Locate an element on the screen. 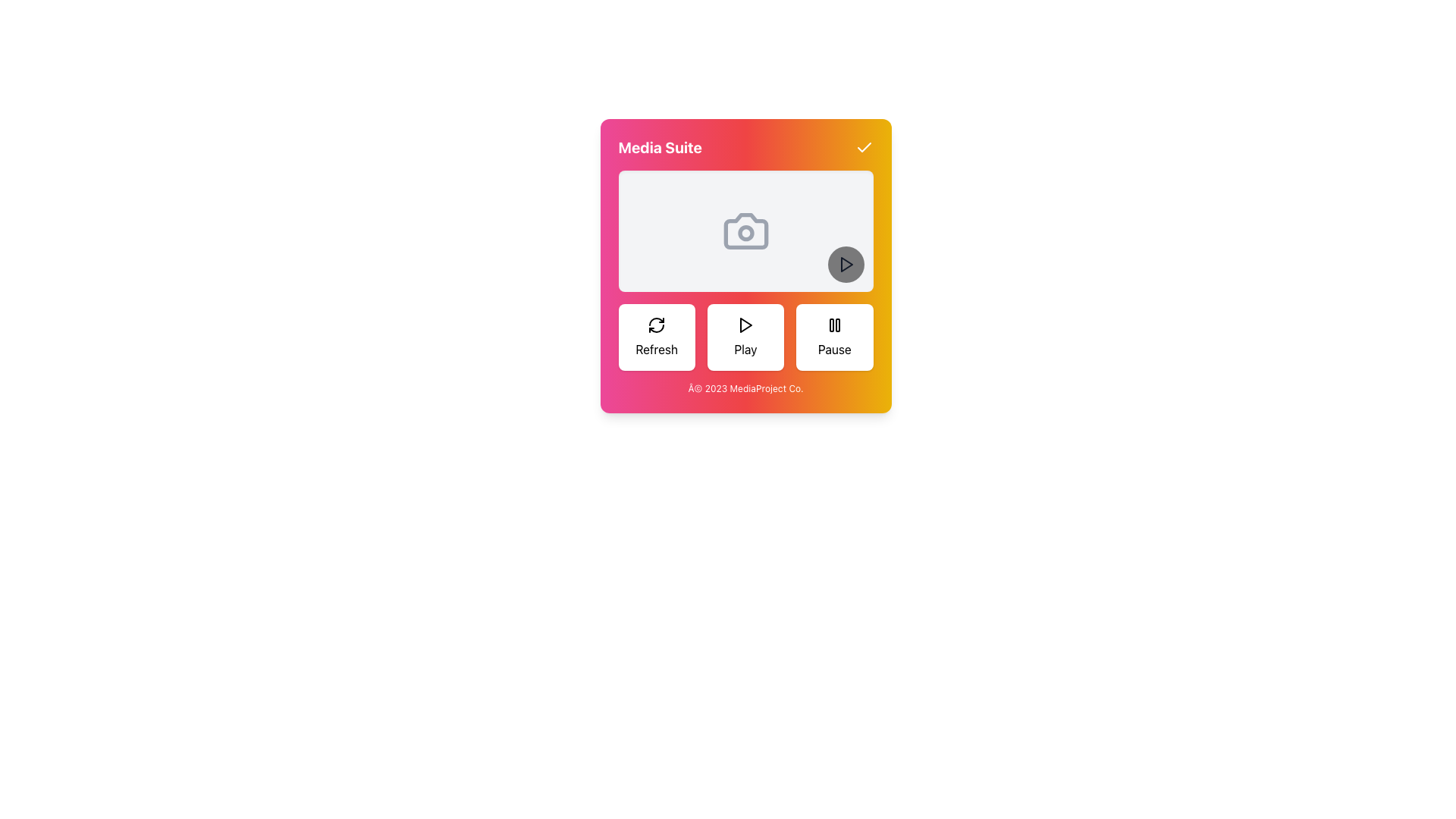 Image resolution: width=1456 pixels, height=819 pixels. the 'Pause' button, which is a rectangular button with a white background and black text, located in the bottom-right corner of the media interface is located at coordinates (833, 336).